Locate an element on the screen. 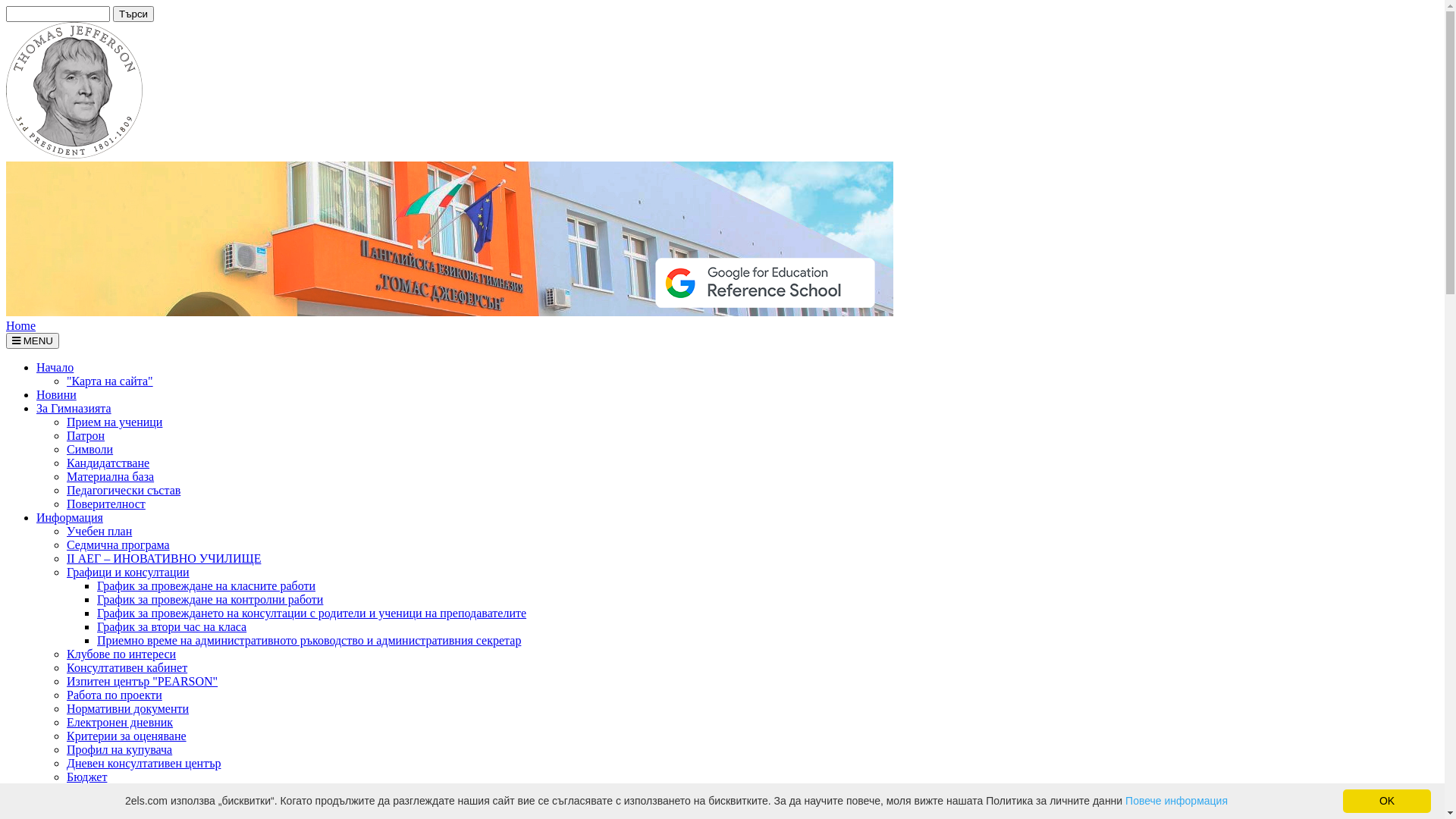 The image size is (1456, 819). 'Home' is located at coordinates (20, 325).